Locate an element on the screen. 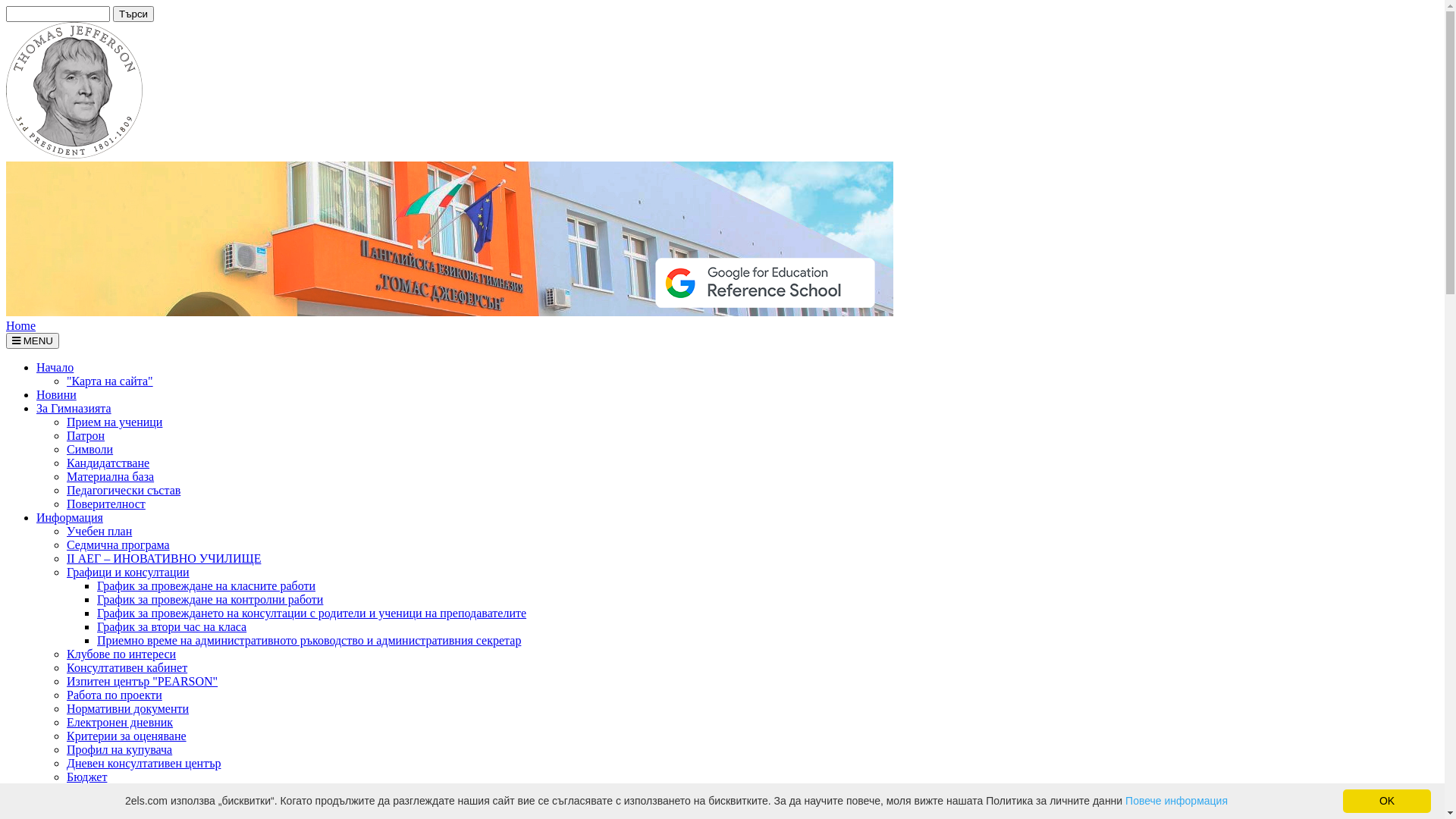 The image size is (1456, 819). 'Home' is located at coordinates (20, 325).